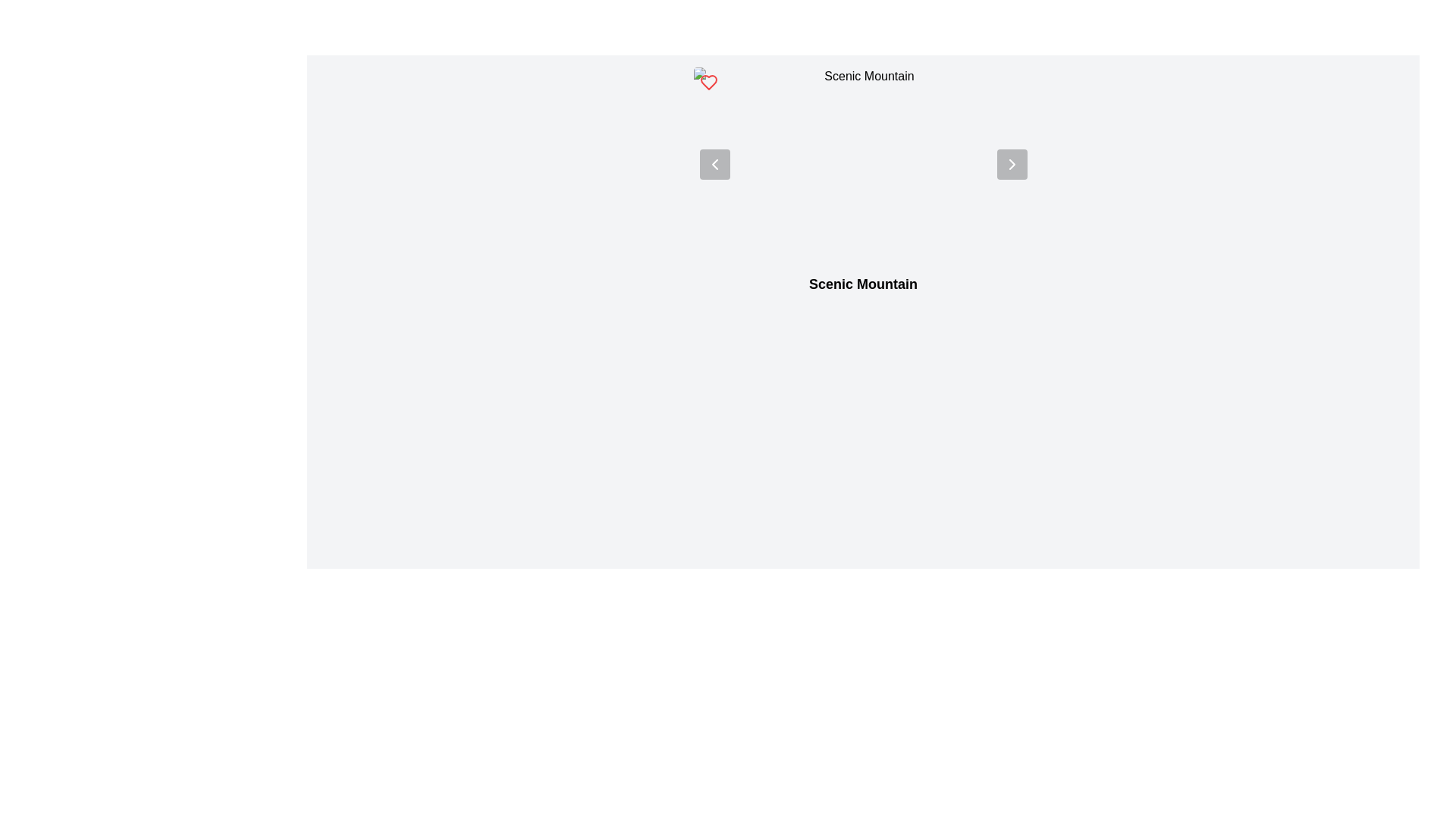 This screenshot has height=819, width=1456. Describe the element at coordinates (1012, 164) in the screenshot. I see `the interactive button with the embedded chevron icon located near the top right of the interface` at that location.